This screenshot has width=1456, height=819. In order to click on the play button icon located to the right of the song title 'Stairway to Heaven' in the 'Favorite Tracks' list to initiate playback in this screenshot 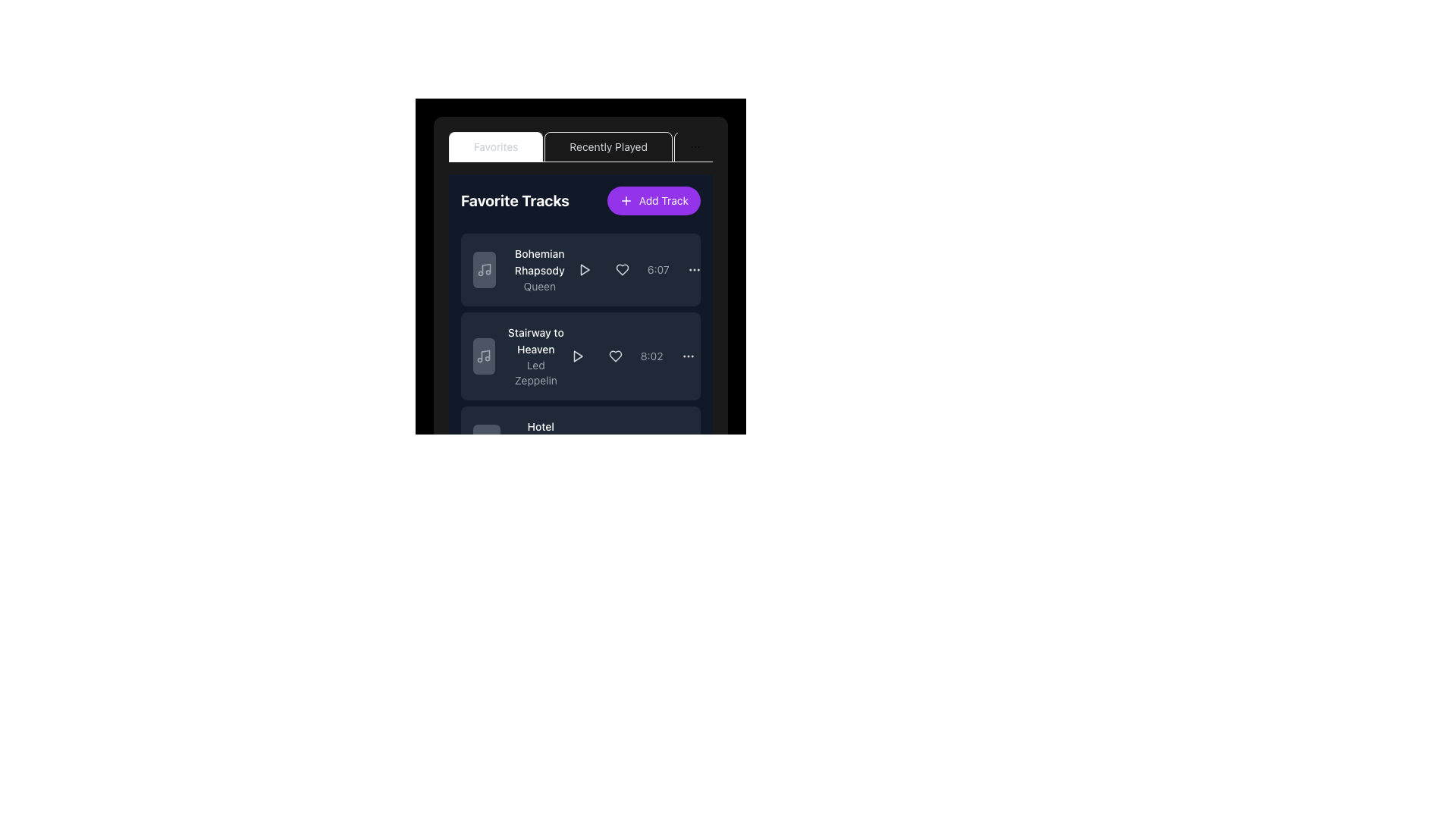, I will do `click(576, 356)`.